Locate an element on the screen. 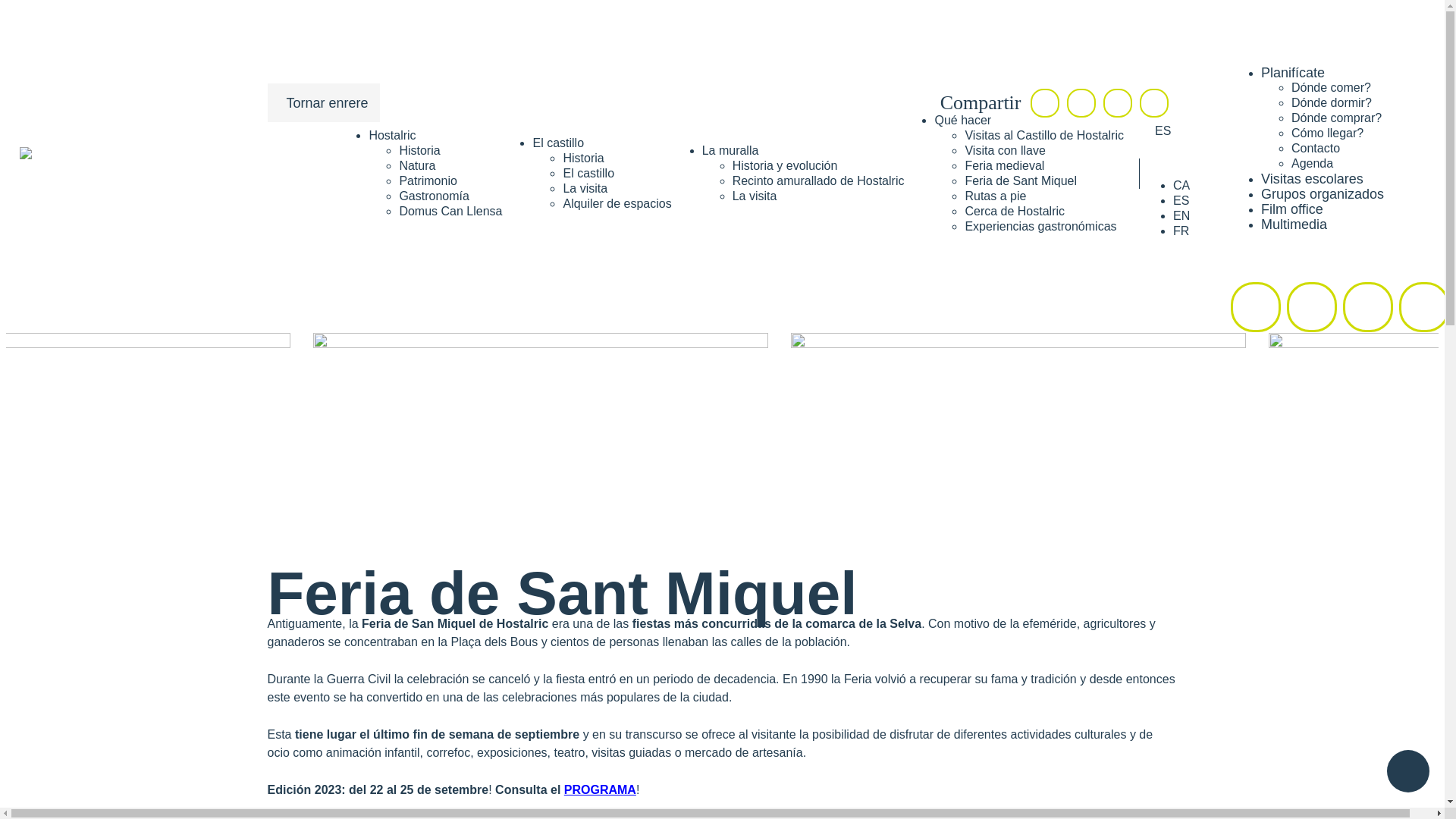 The height and width of the screenshot is (819, 1456). 'Film office' is located at coordinates (1291, 209).